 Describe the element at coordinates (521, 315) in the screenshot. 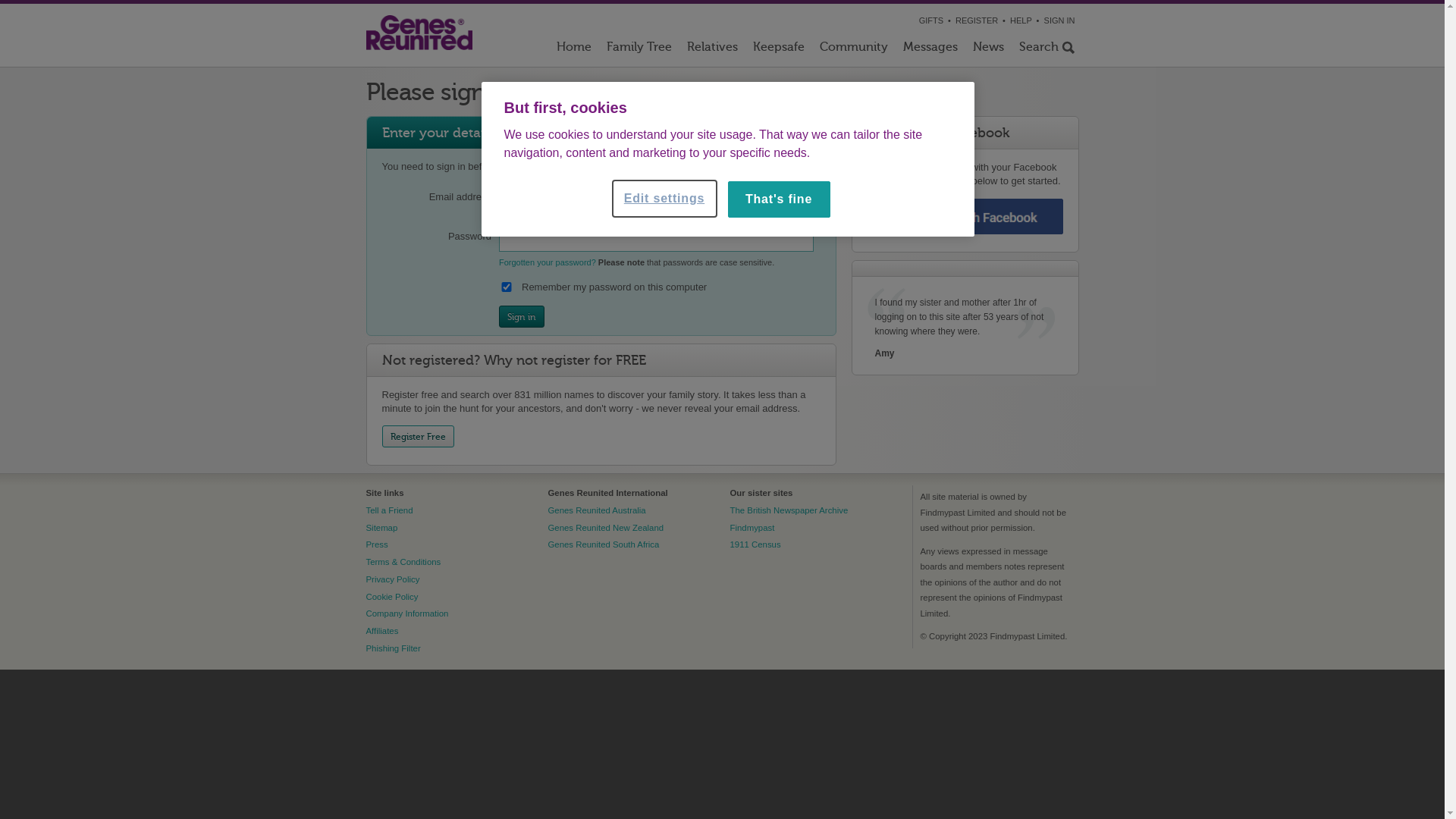

I see `'Sign in'` at that location.